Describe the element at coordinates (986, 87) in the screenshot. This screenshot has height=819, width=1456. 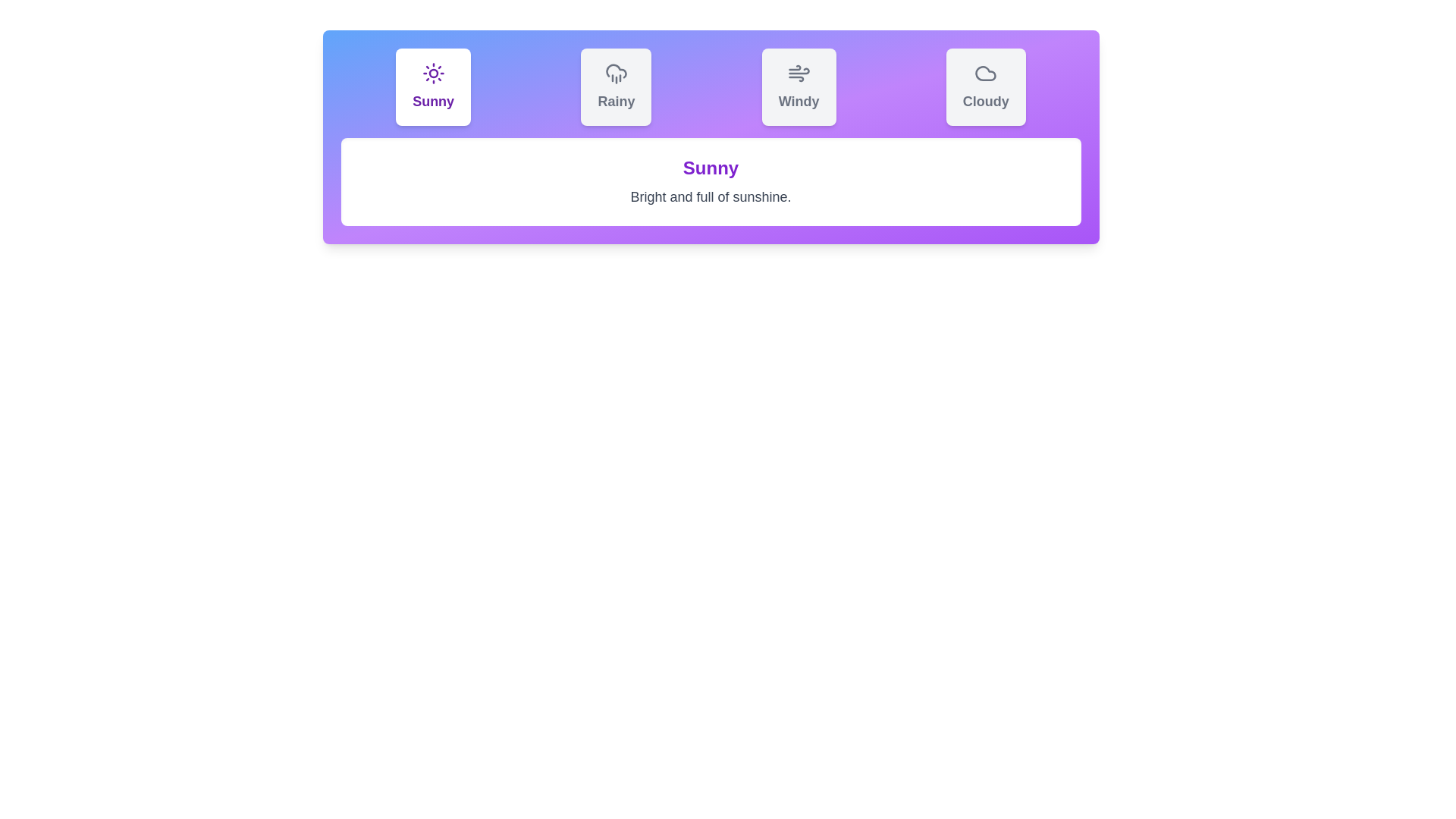
I see `the Cloudy tab to view its weather condition` at that location.